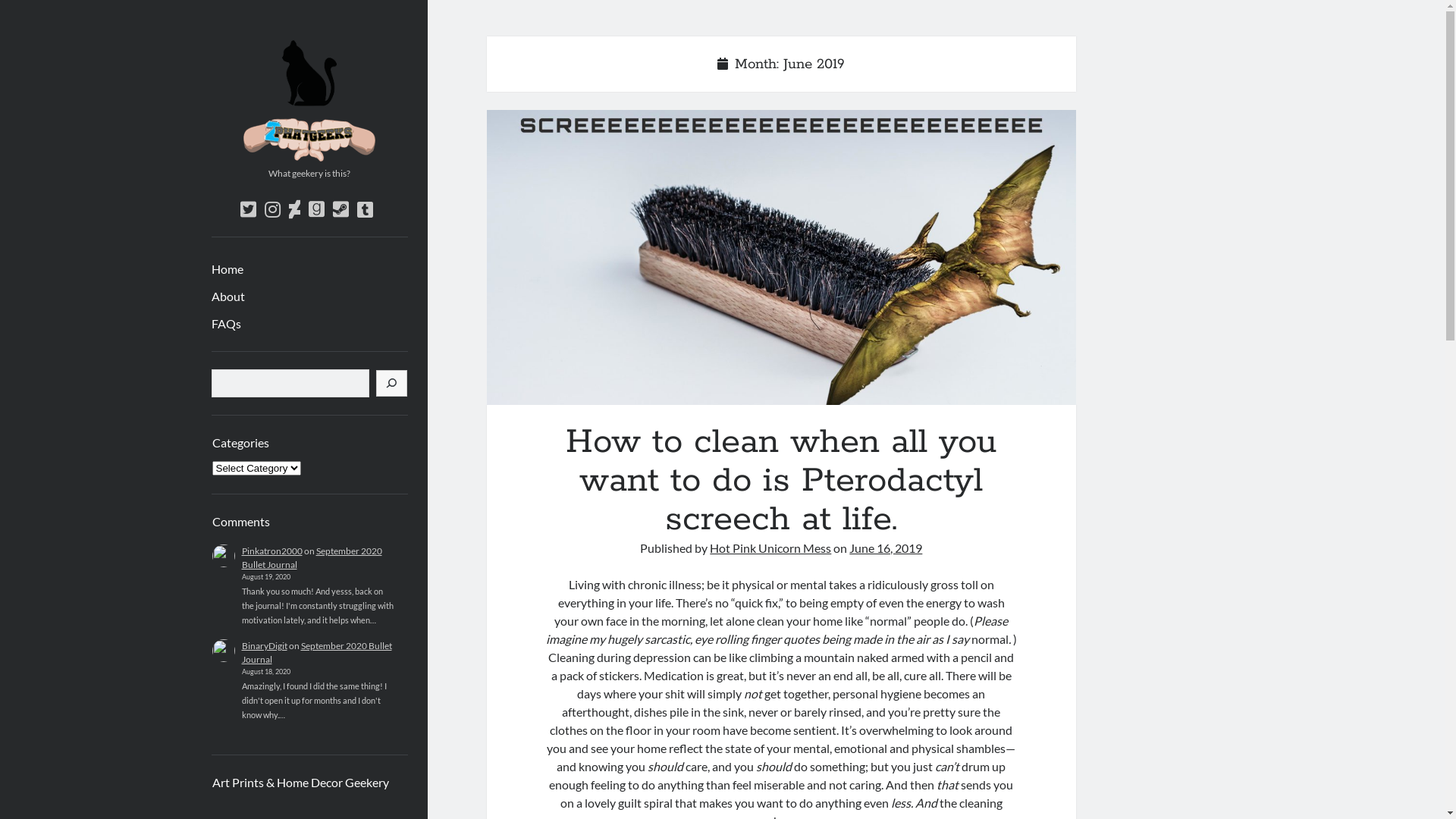 The width and height of the screenshot is (1456, 819). Describe the element at coordinates (263, 209) in the screenshot. I see `'instagram'` at that location.